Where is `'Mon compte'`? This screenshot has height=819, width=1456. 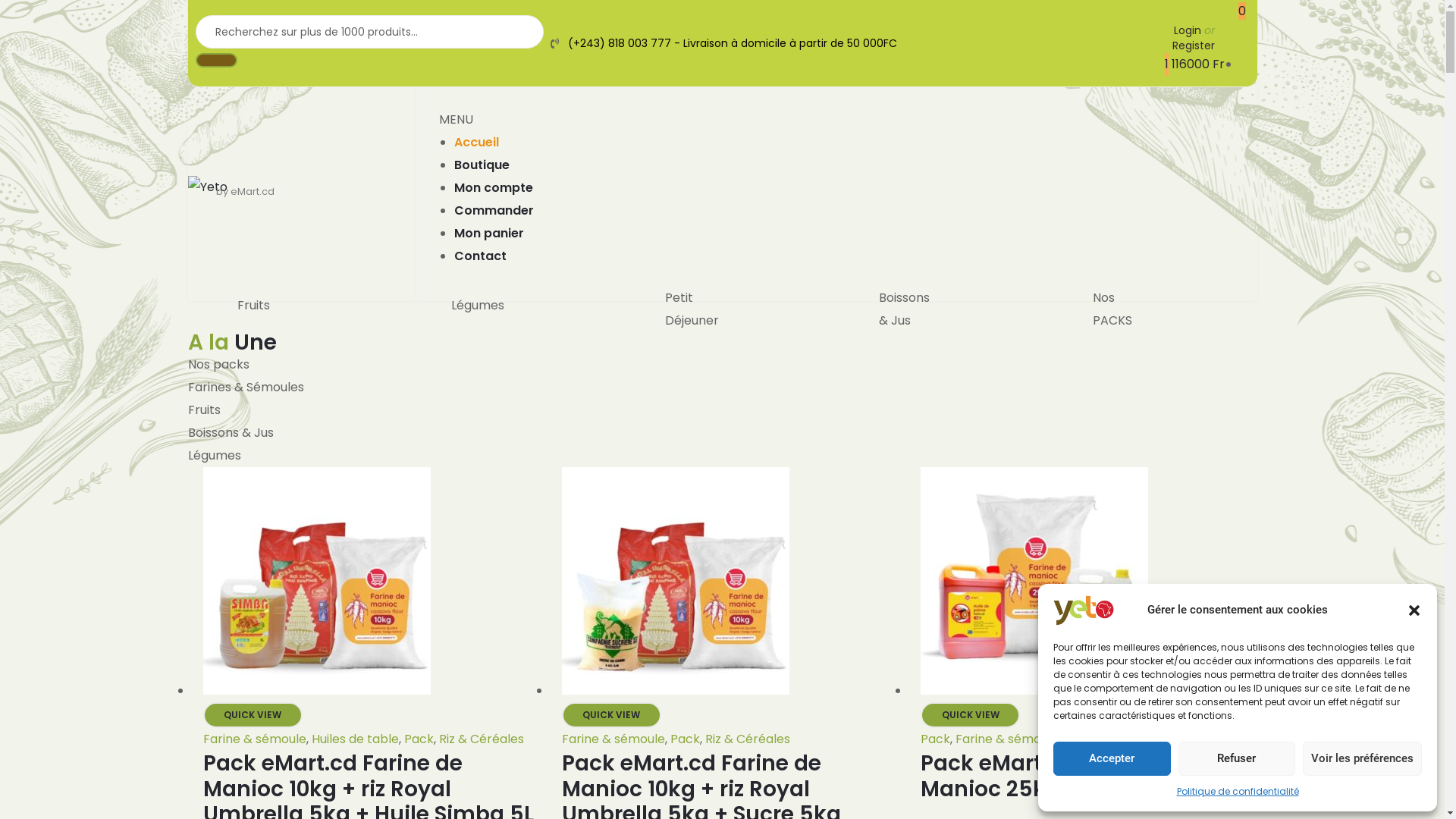
'Mon compte' is located at coordinates (453, 187).